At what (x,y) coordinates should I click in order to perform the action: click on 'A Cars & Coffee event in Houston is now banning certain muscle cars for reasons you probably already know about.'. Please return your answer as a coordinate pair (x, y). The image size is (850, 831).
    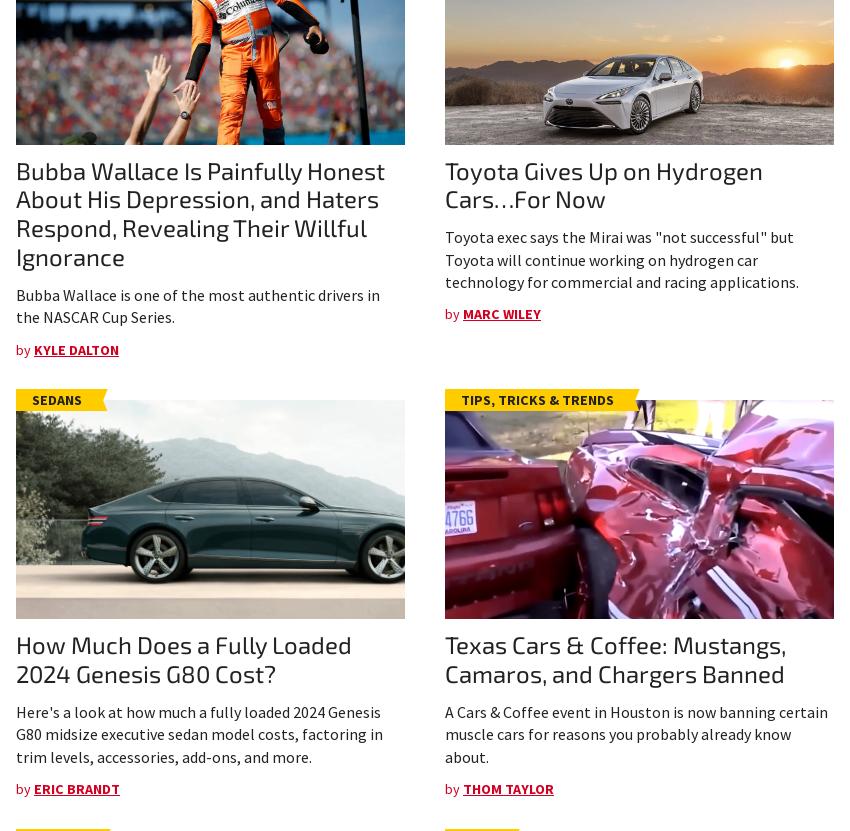
    Looking at the image, I should click on (635, 732).